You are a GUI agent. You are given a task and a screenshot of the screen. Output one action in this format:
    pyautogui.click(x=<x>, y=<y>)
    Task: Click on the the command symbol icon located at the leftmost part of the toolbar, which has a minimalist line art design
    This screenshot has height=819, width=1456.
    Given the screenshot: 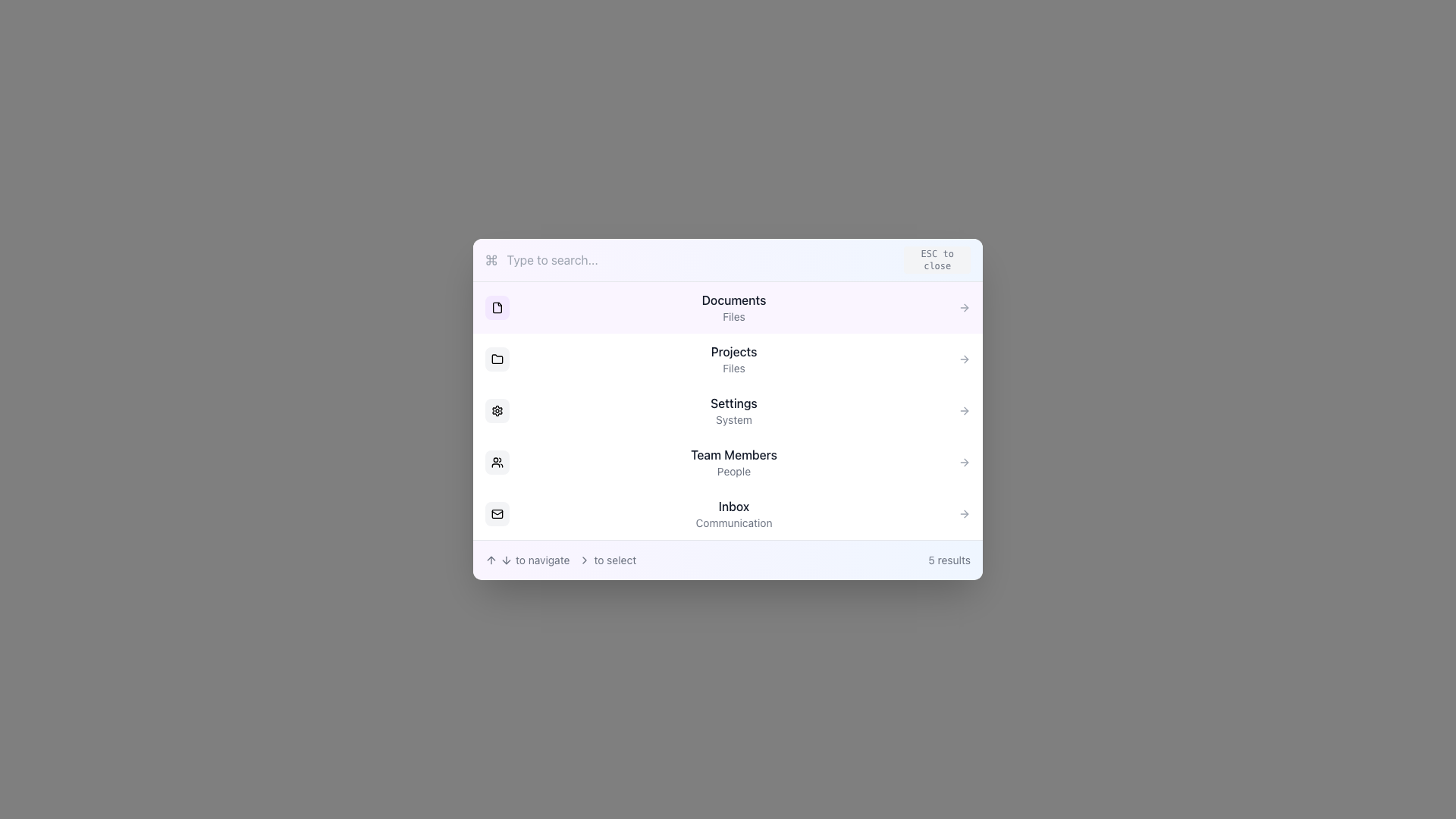 What is the action you would take?
    pyautogui.click(x=491, y=259)
    